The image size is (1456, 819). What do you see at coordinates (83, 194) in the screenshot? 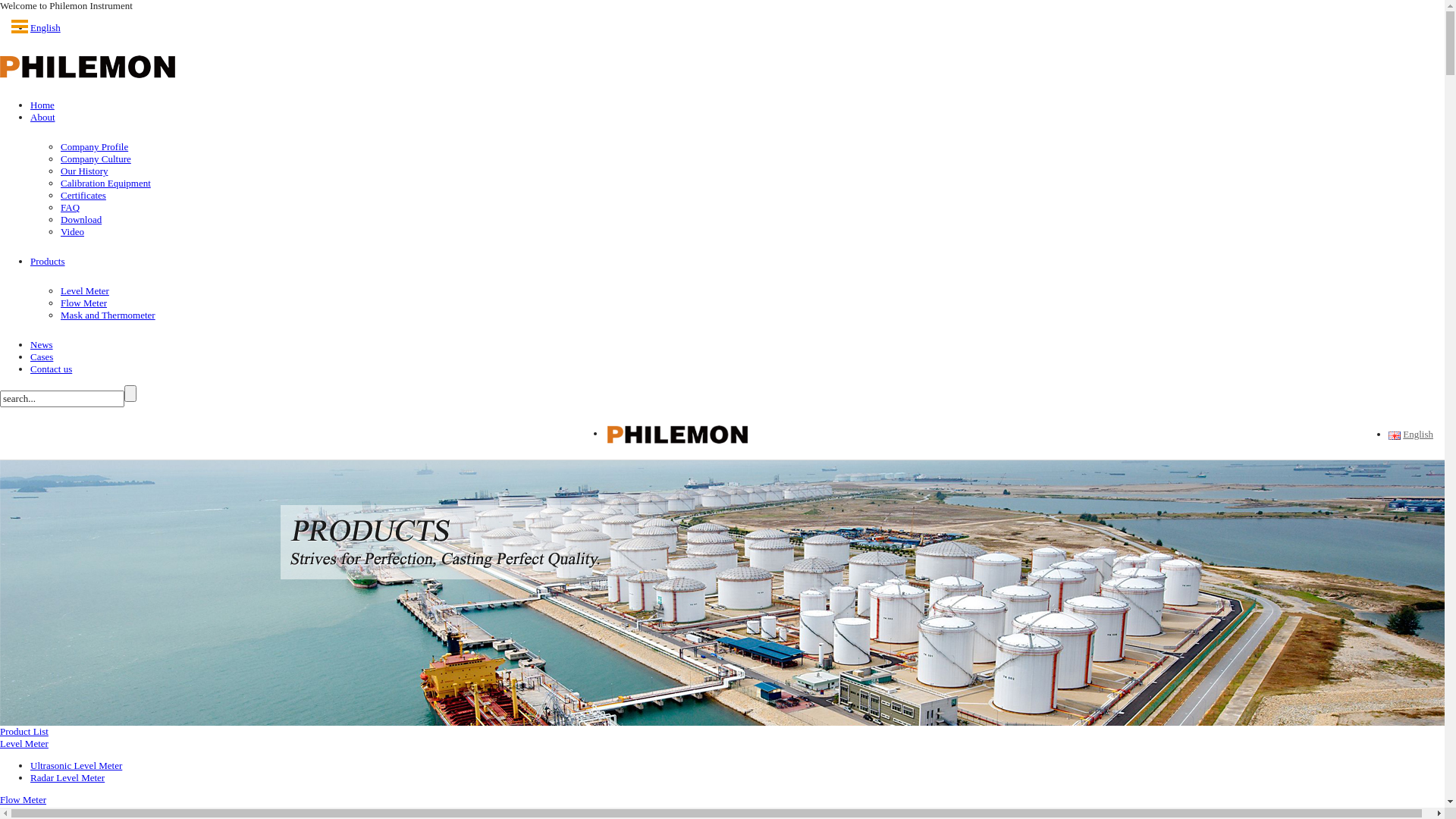
I see `'Certificates'` at bounding box center [83, 194].